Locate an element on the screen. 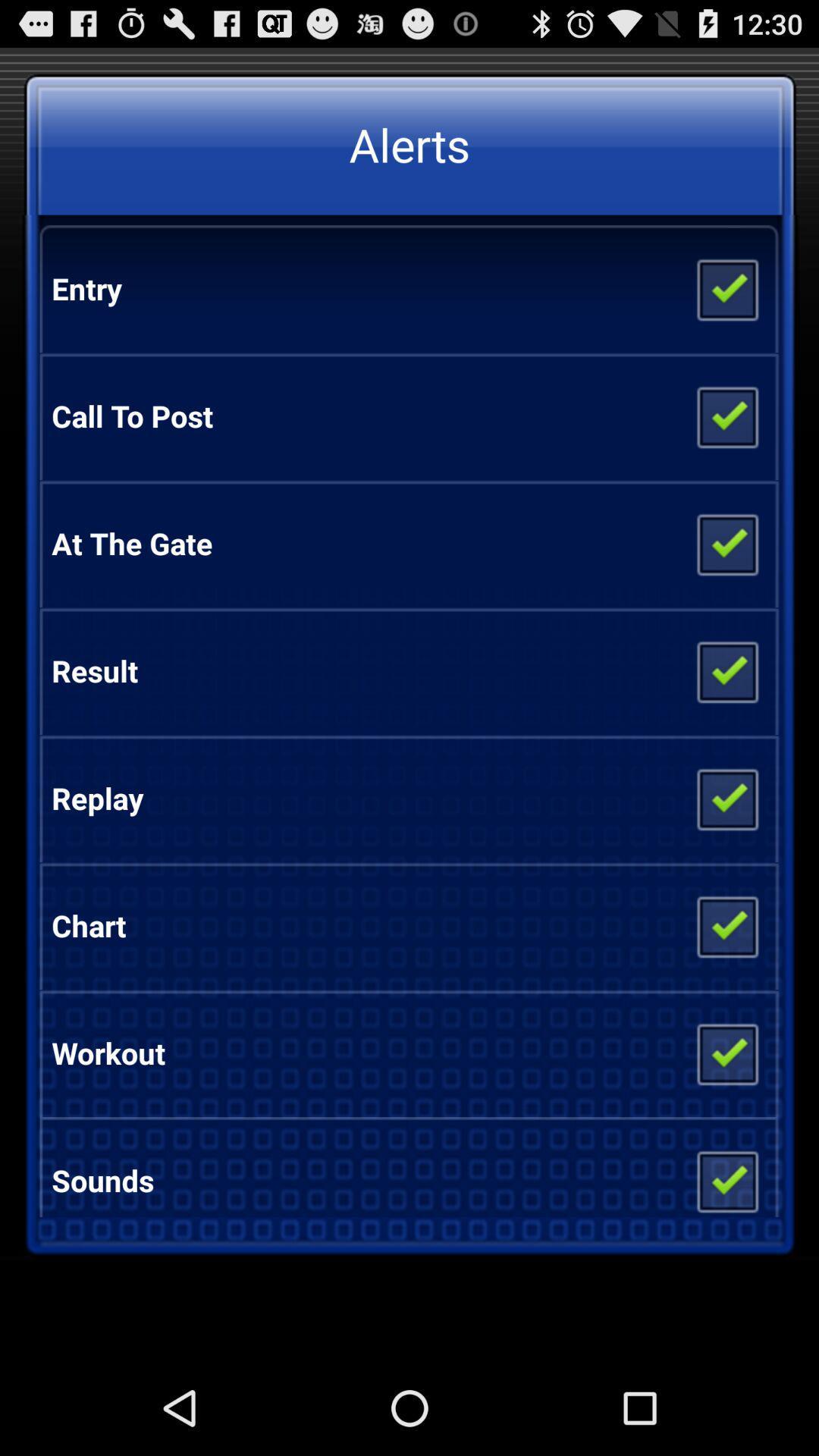 The height and width of the screenshot is (1456, 819). its a box with a green tick is located at coordinates (726, 924).